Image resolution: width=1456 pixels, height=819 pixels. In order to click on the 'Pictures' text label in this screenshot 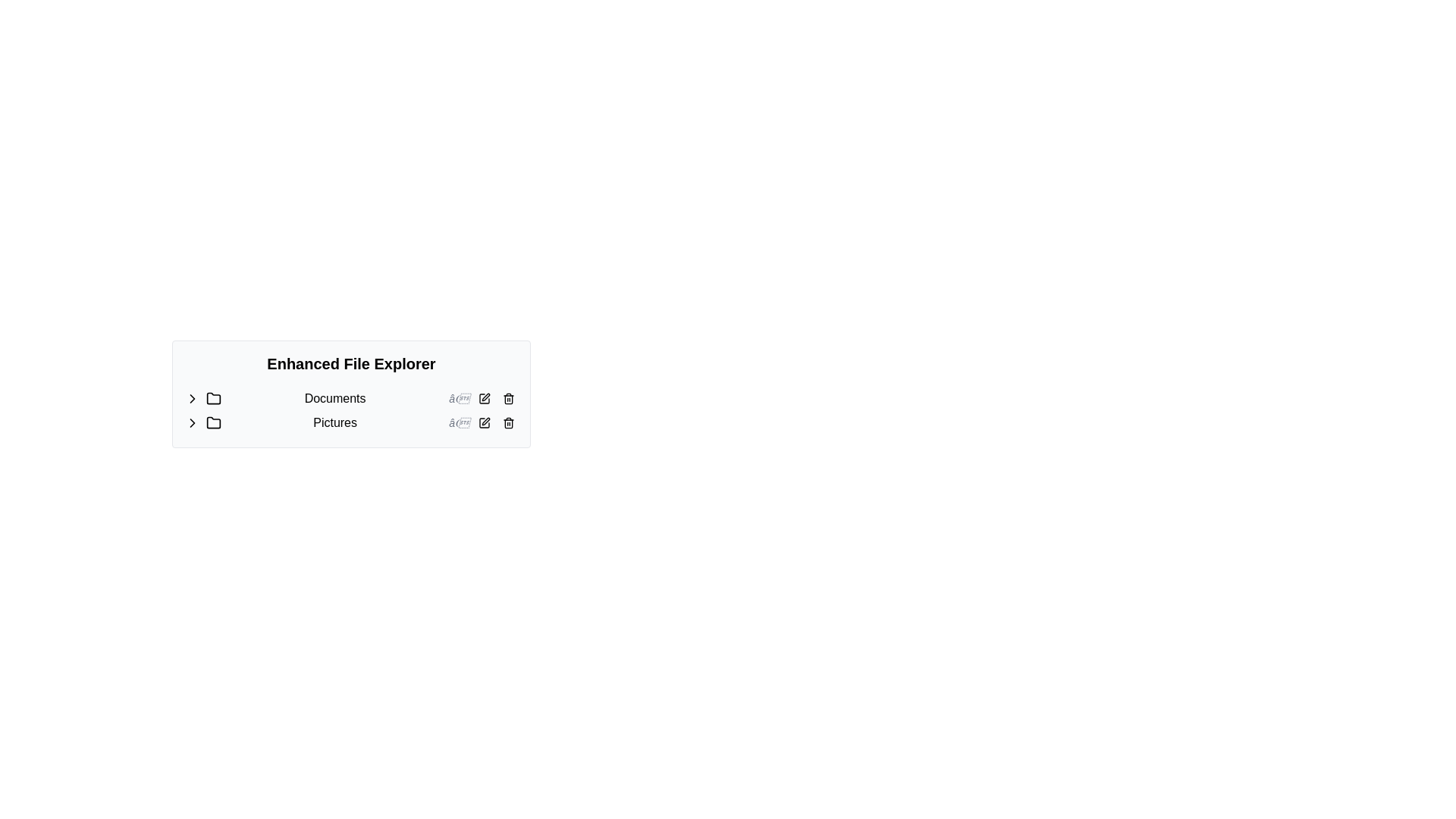, I will do `click(334, 423)`.